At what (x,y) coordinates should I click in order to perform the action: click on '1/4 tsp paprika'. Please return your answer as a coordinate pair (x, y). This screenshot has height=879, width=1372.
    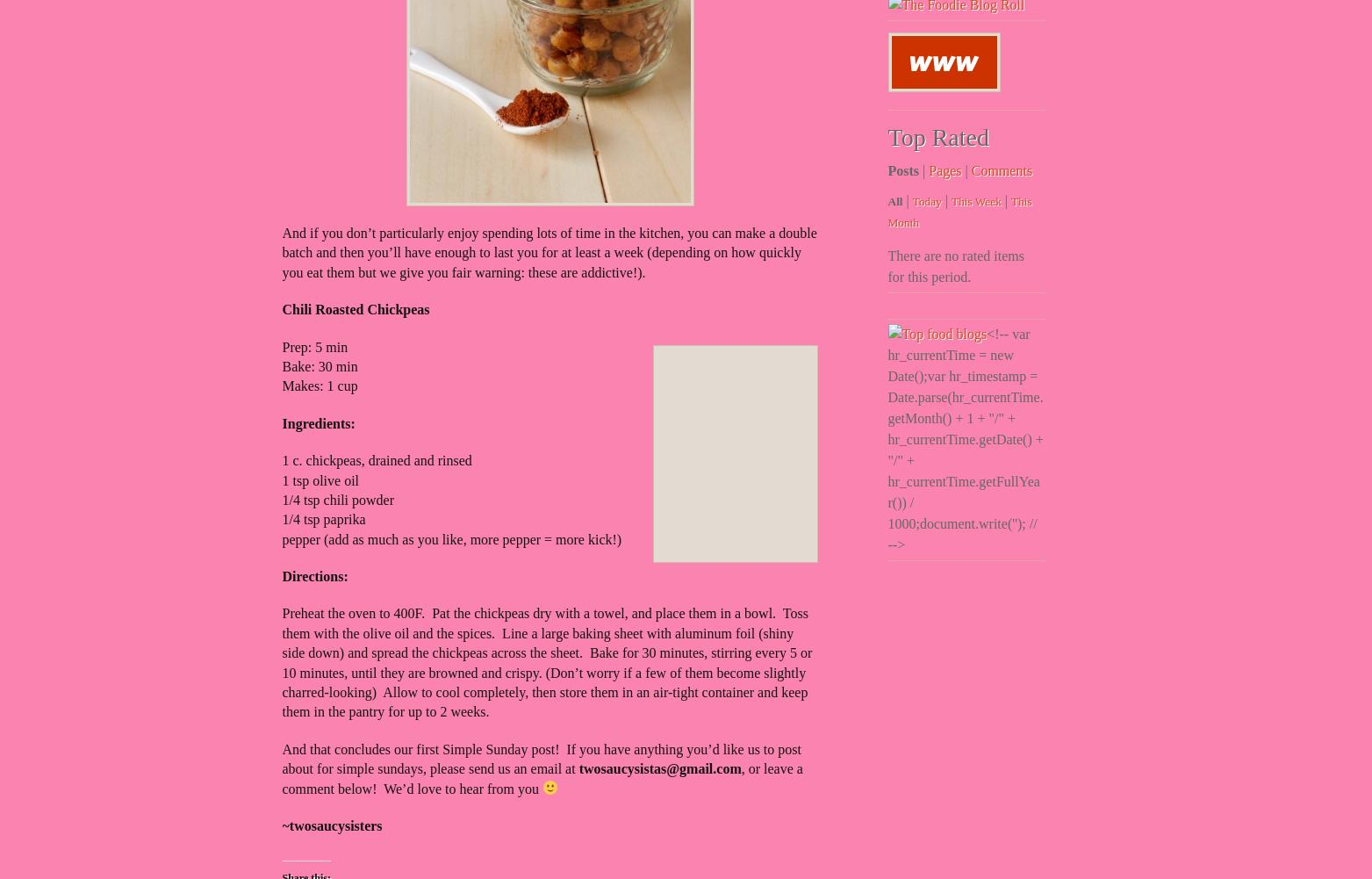
    Looking at the image, I should click on (323, 519).